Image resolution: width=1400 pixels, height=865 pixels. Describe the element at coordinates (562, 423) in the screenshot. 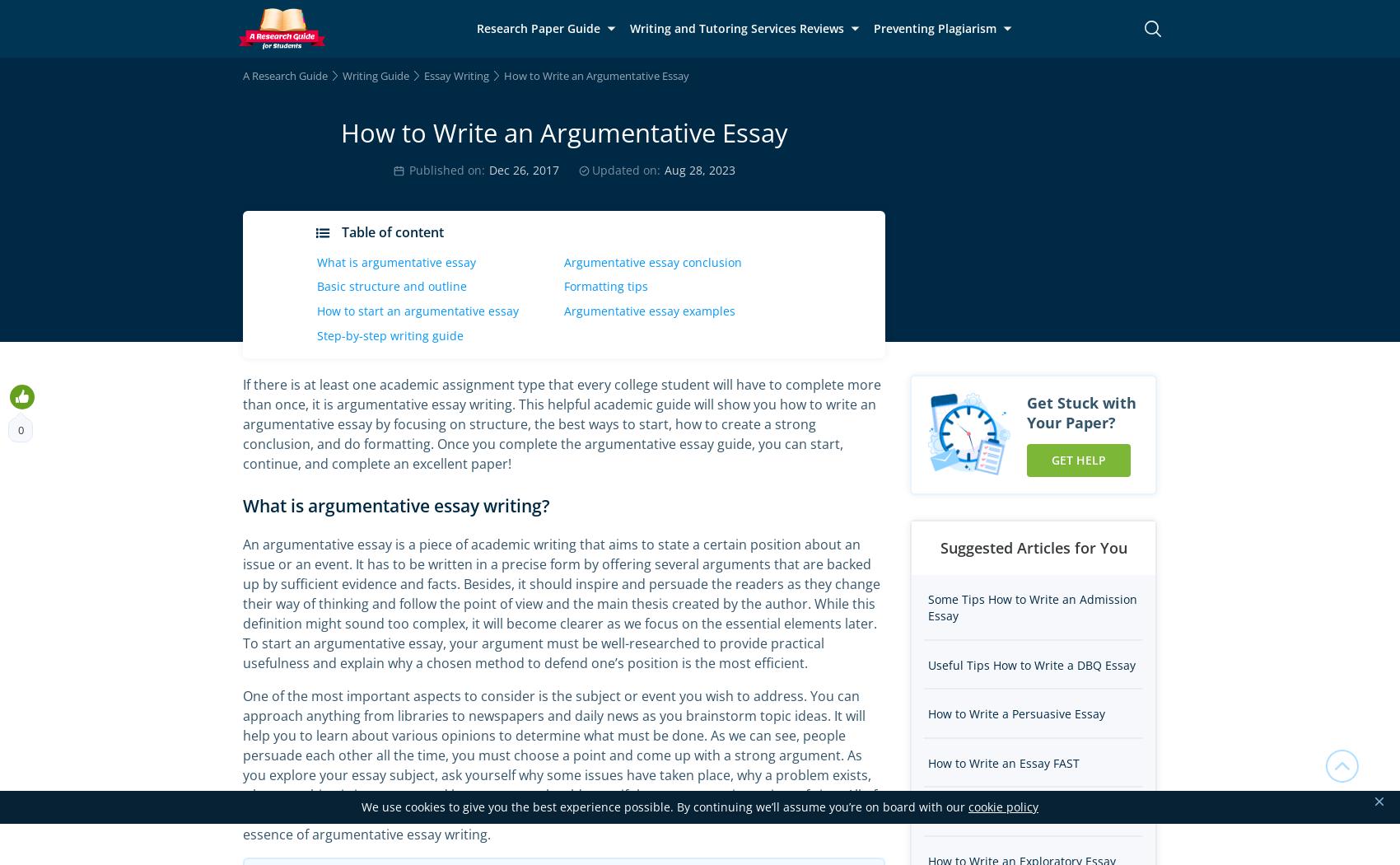

I see `'If there is at least one academic assignment type that every college student will have to complete more than once, it is argumentative essay writing. This helpful academic guide will show you how to write an argumentative essay by focusing on structure, the best ways to start, how to create a strong conclusion, and do formatting. Once you complete the argumentative essay guide, you can start, continue, and complete an excellent paper!'` at that location.